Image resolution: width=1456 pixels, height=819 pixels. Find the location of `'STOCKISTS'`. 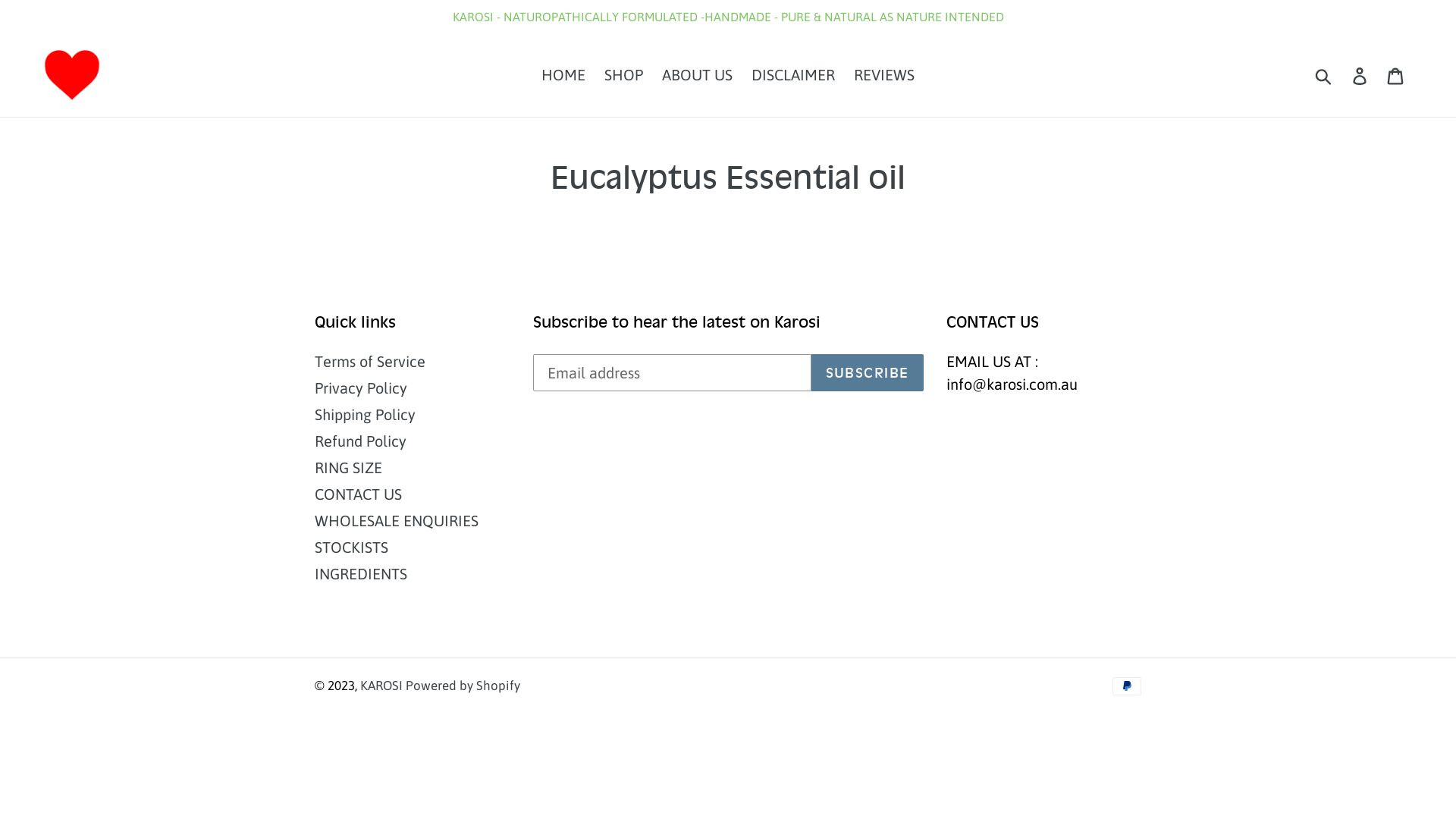

'STOCKISTS' is located at coordinates (350, 547).